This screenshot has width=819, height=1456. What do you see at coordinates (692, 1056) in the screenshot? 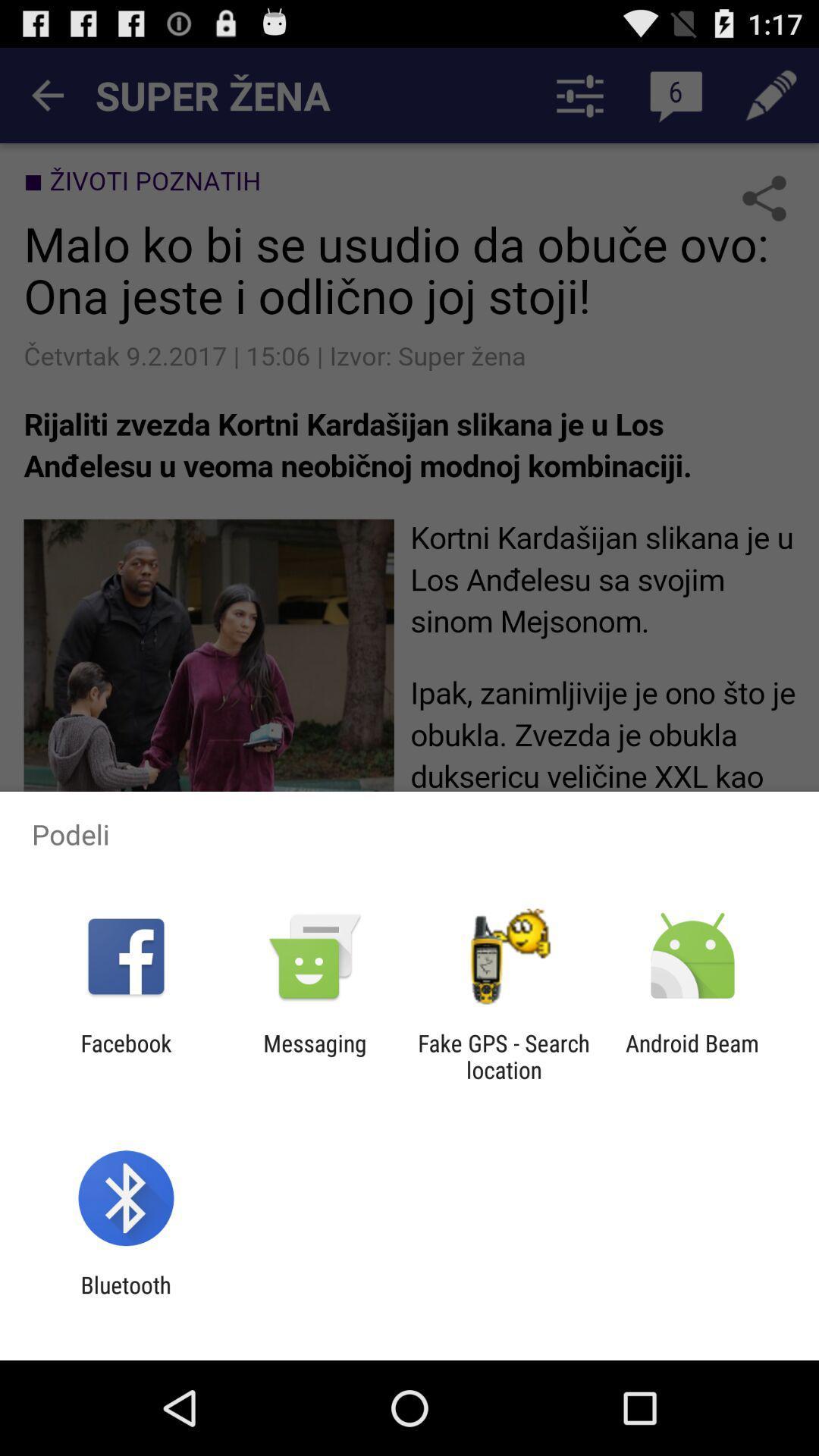
I see `icon next to the fake gps search app` at bounding box center [692, 1056].